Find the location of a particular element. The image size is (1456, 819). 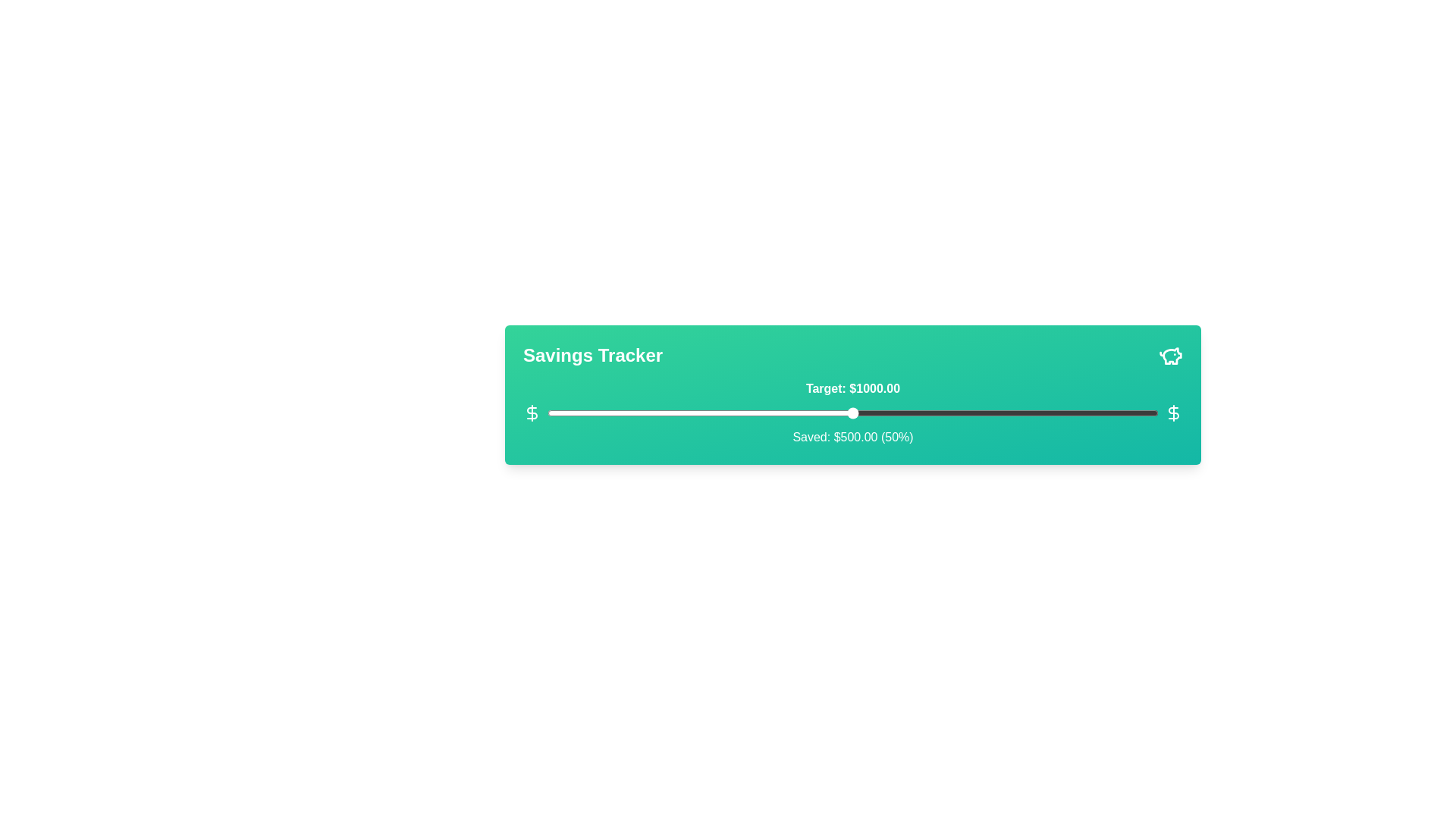

the savings tracker is located at coordinates (1146, 413).